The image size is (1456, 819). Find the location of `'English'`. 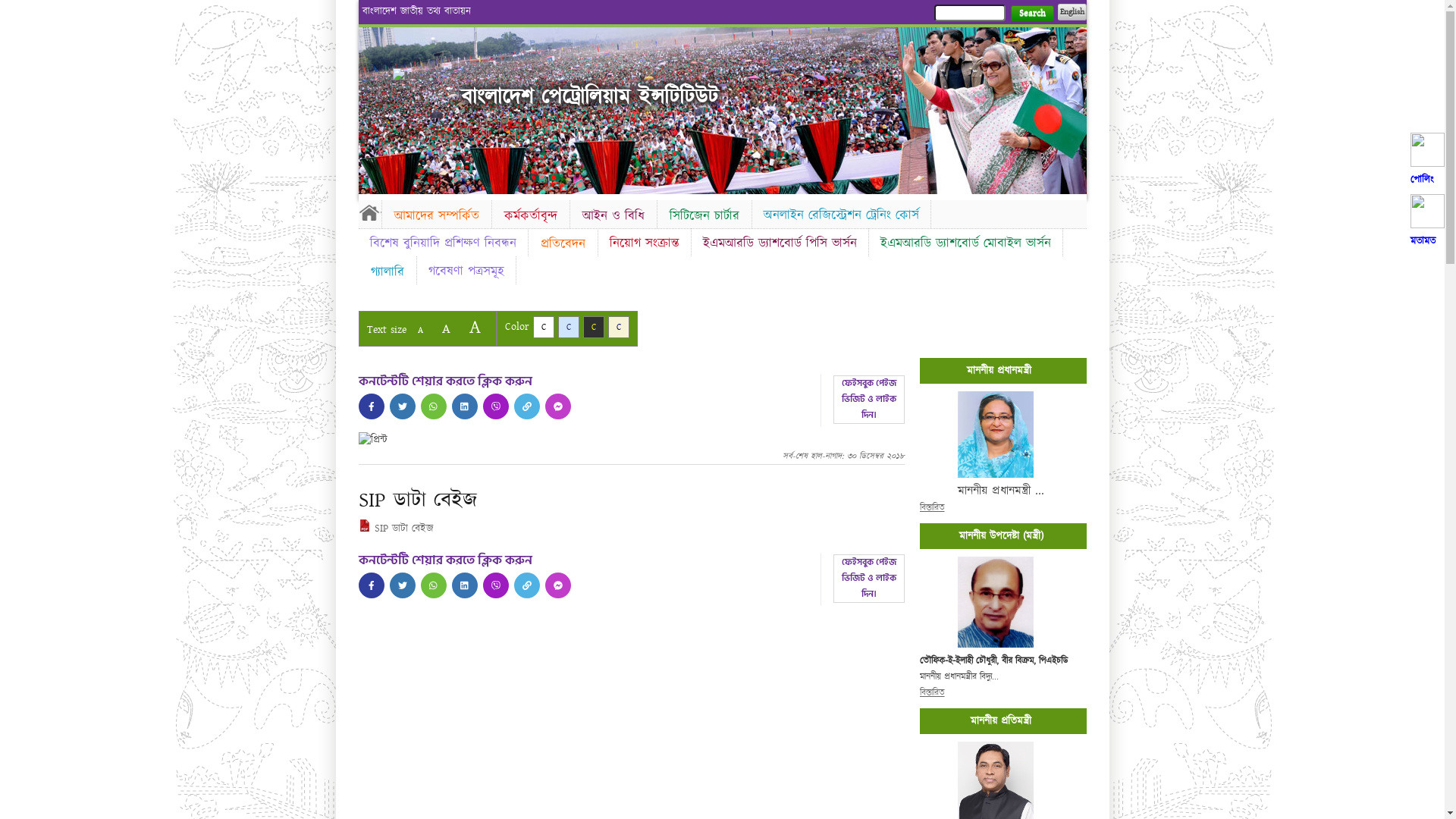

'English' is located at coordinates (1056, 11).